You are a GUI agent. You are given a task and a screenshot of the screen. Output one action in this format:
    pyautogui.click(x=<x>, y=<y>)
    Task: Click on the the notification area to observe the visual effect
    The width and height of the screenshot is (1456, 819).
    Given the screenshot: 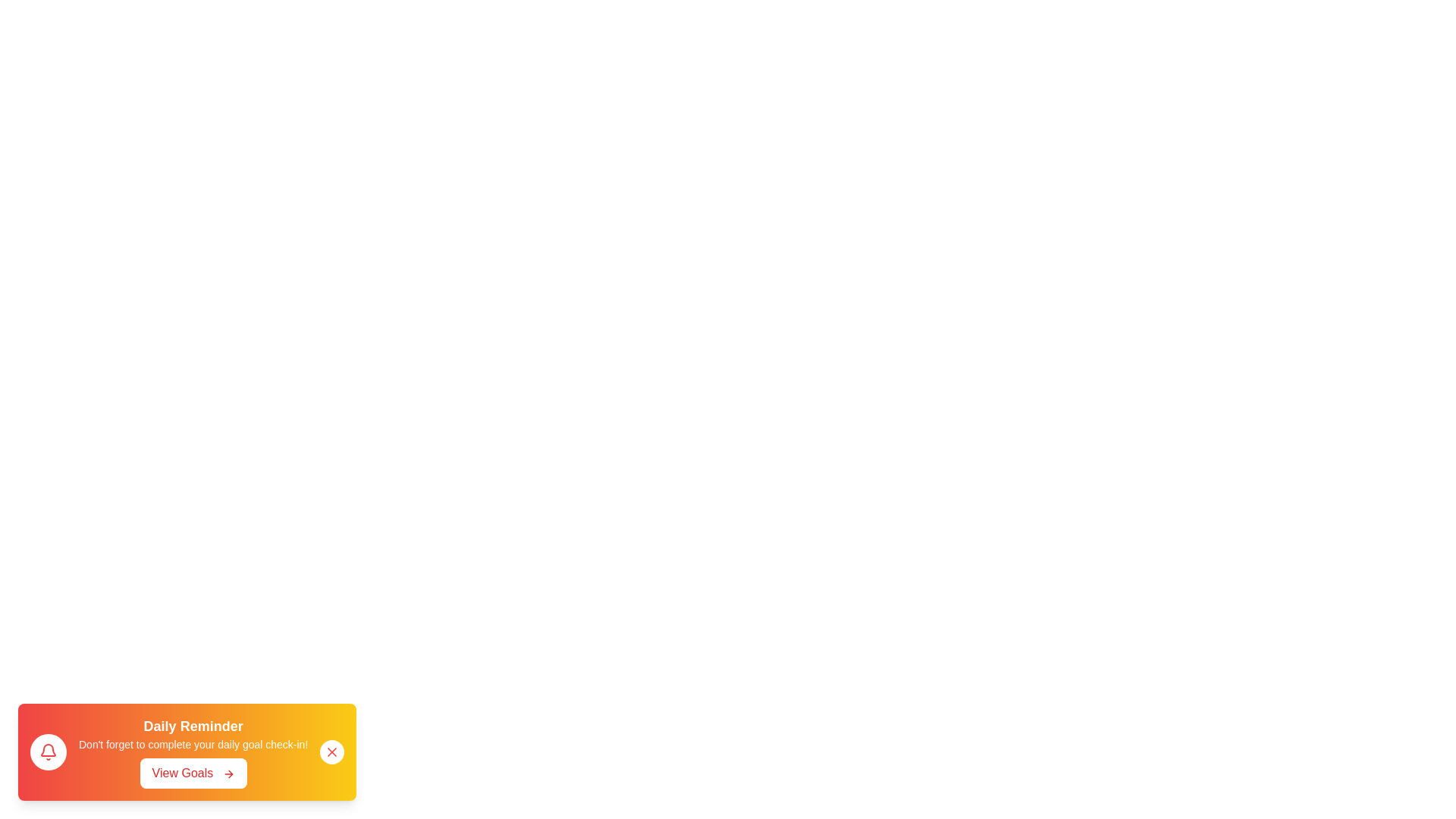 What is the action you would take?
    pyautogui.click(x=186, y=752)
    